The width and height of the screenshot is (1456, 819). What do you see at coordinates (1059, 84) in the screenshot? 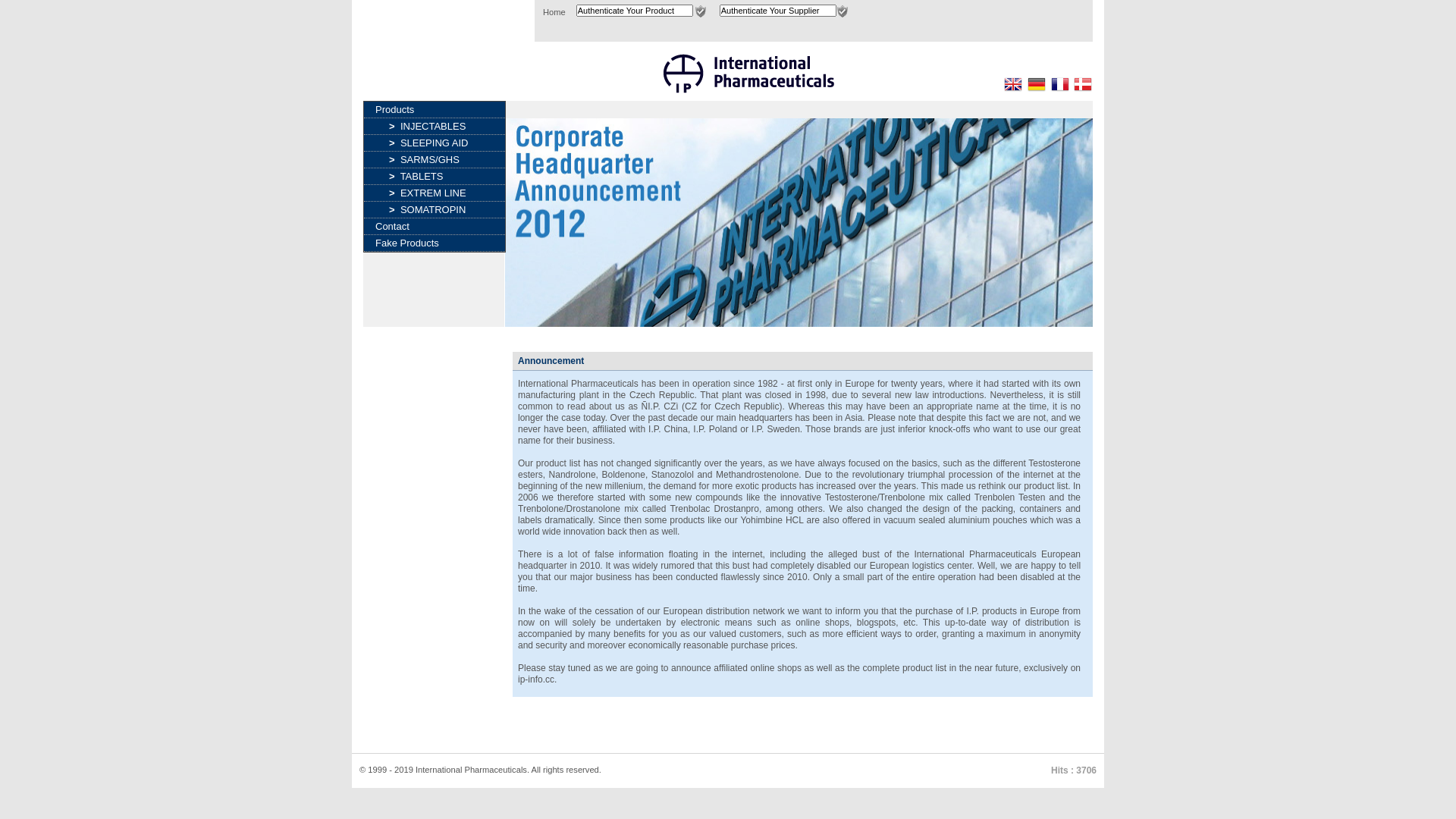
I see `'French'` at bounding box center [1059, 84].